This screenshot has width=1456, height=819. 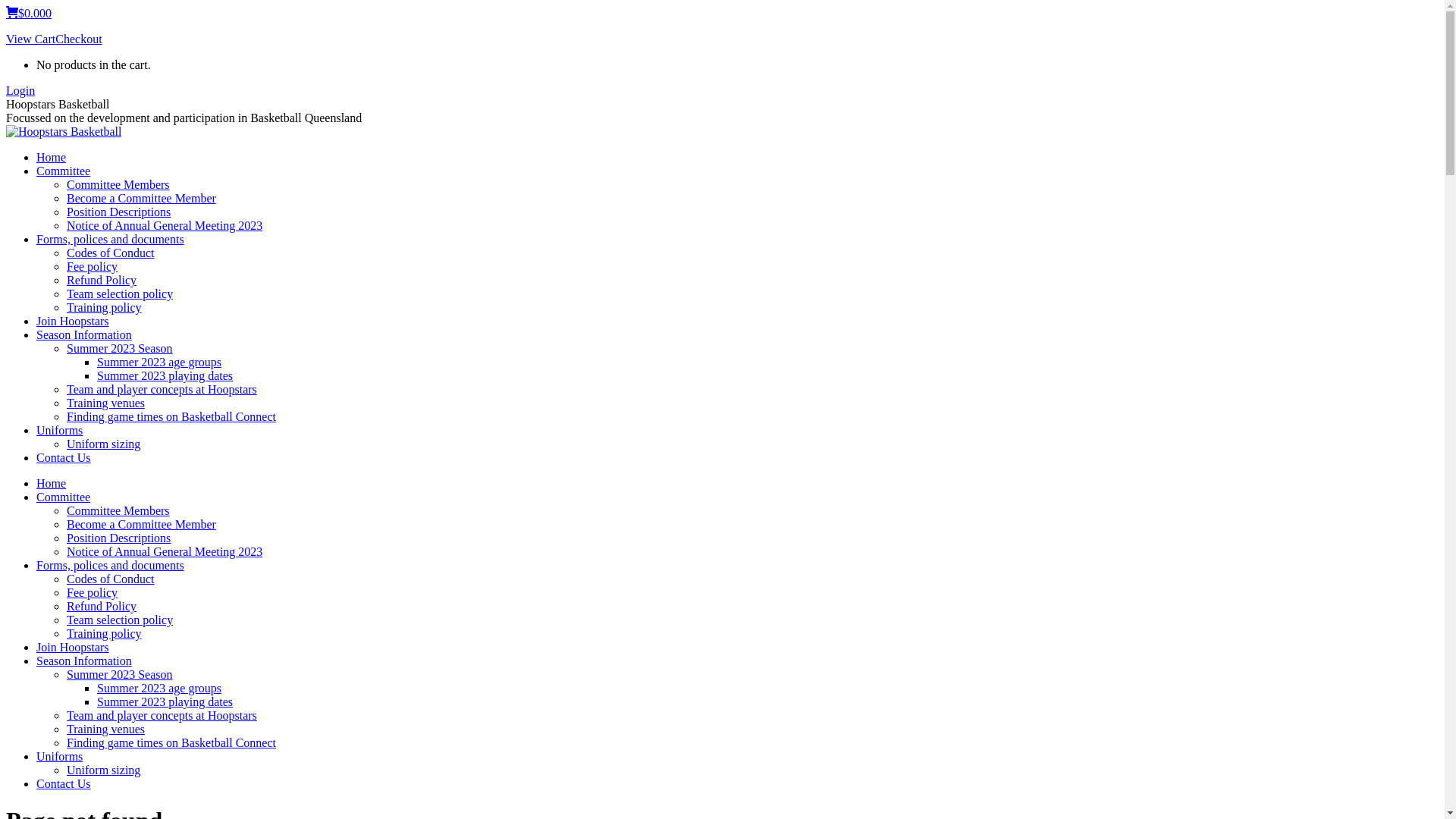 I want to click on 'Refund Policy', so click(x=65, y=280).